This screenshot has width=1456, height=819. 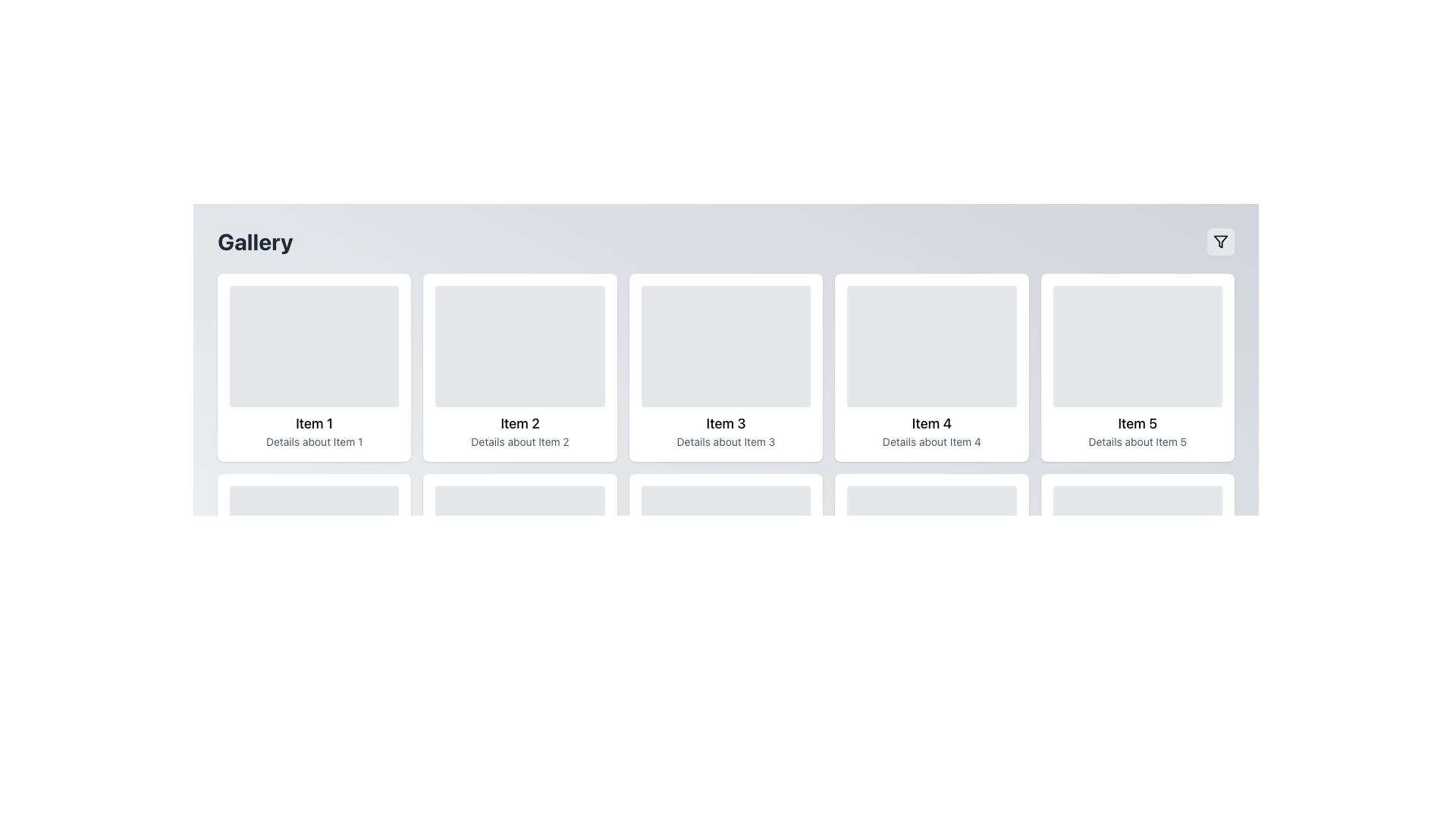 What do you see at coordinates (313, 424) in the screenshot?
I see `text element labeled 'Item 1', which is prominently displayed in bold font within the first card of a horizontally aligned list, located below a gray placeholder box` at bounding box center [313, 424].